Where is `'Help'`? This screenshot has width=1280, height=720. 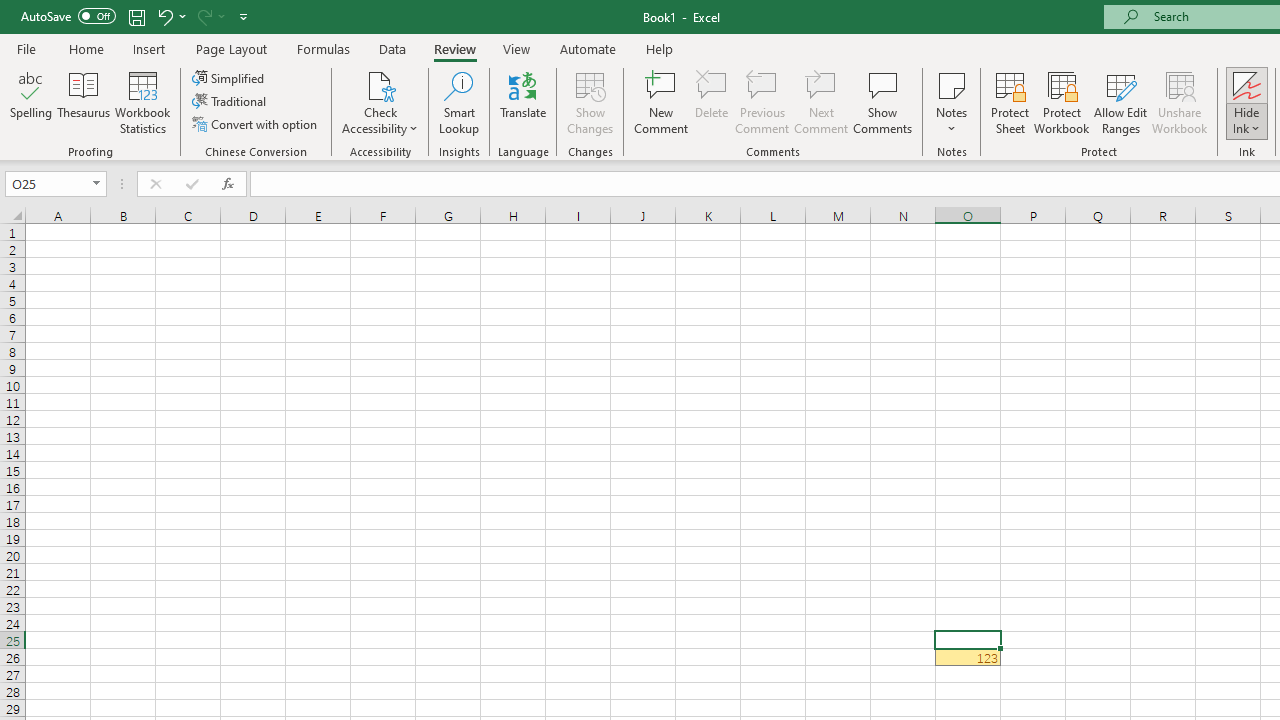
'Help' is located at coordinates (660, 48).